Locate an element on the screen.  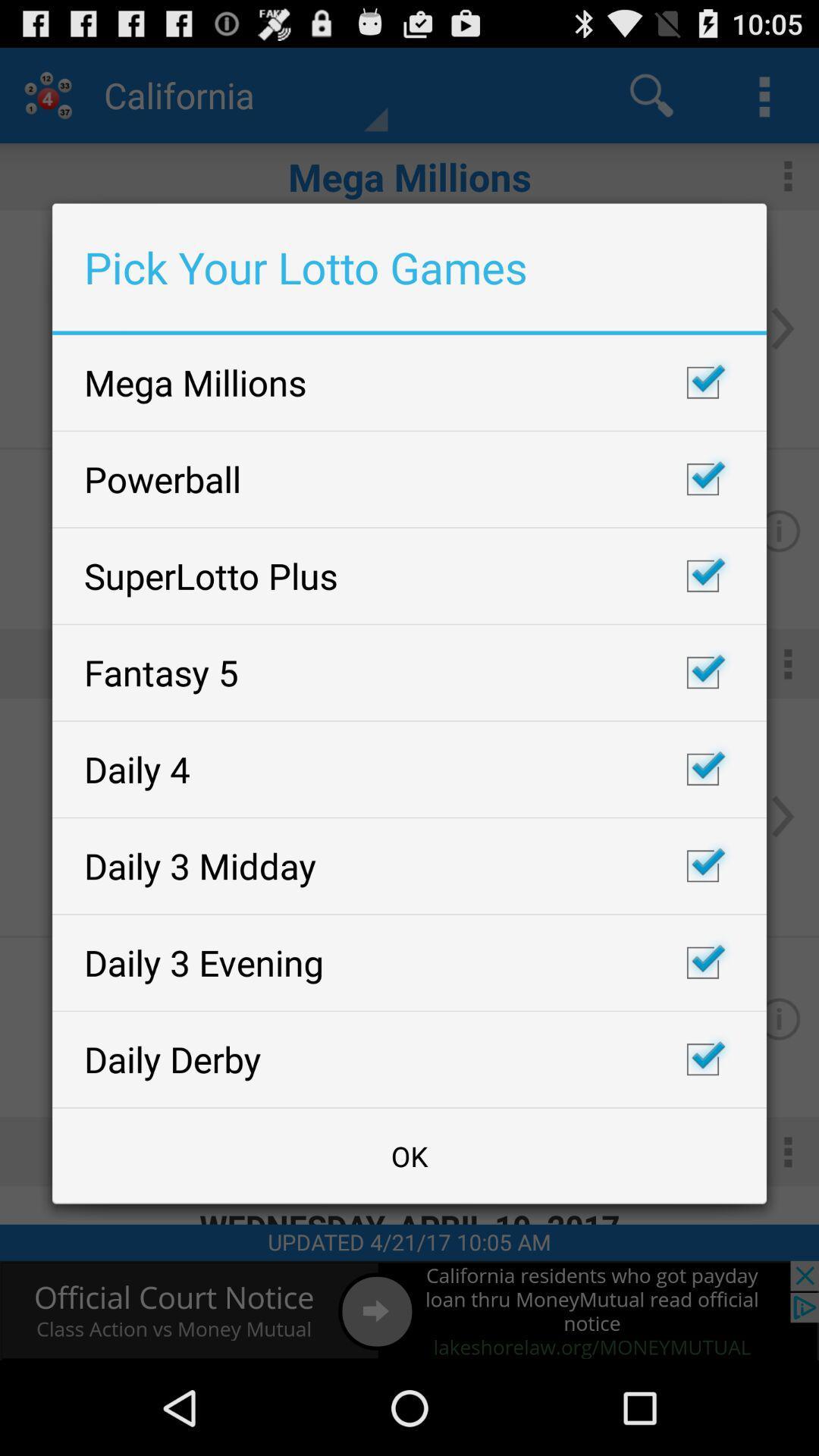
item below the daily derby checkbox is located at coordinates (409, 1155).